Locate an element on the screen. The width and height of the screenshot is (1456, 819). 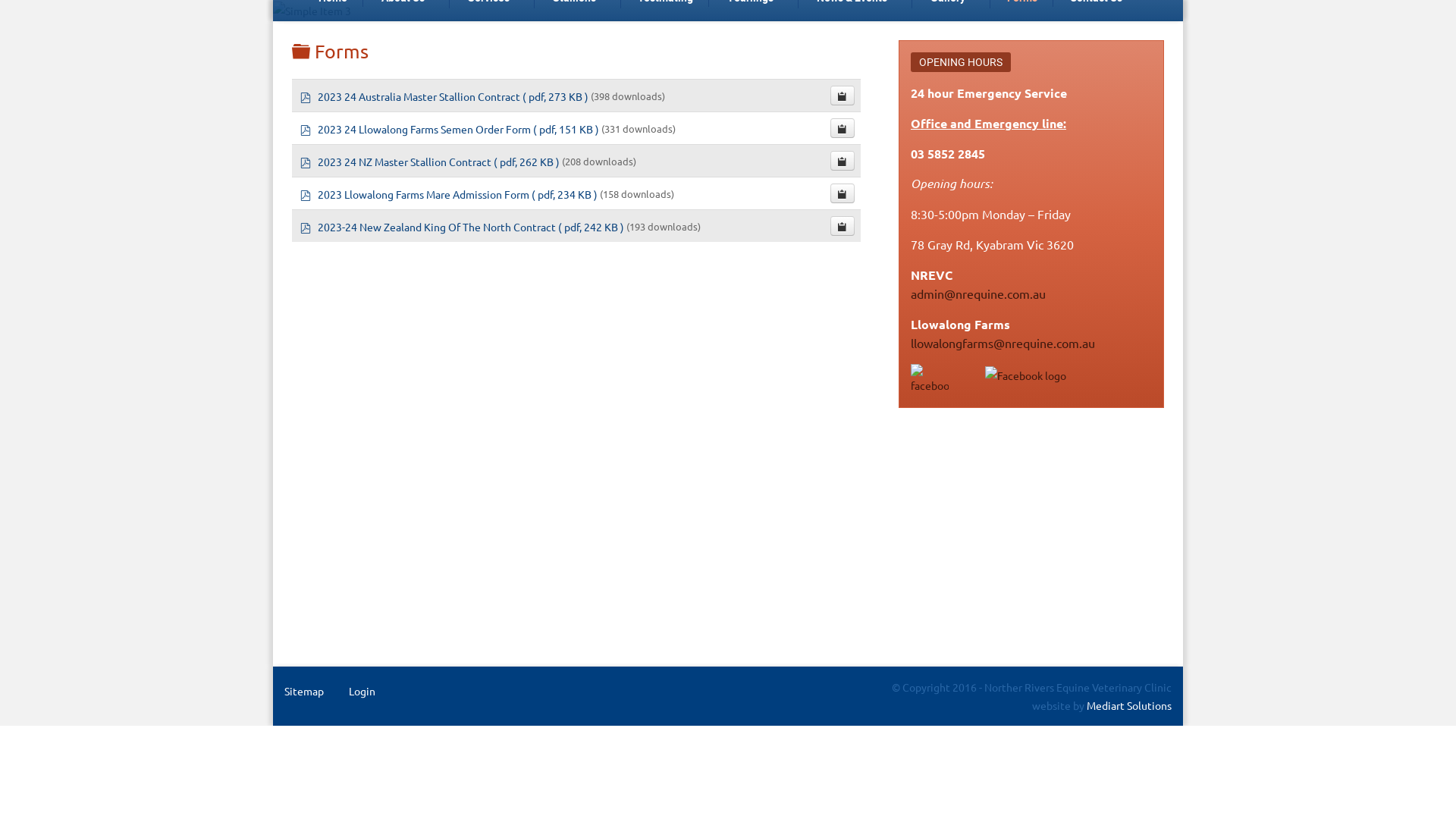
'admin@nrequine.com.au' is located at coordinates (978, 293).